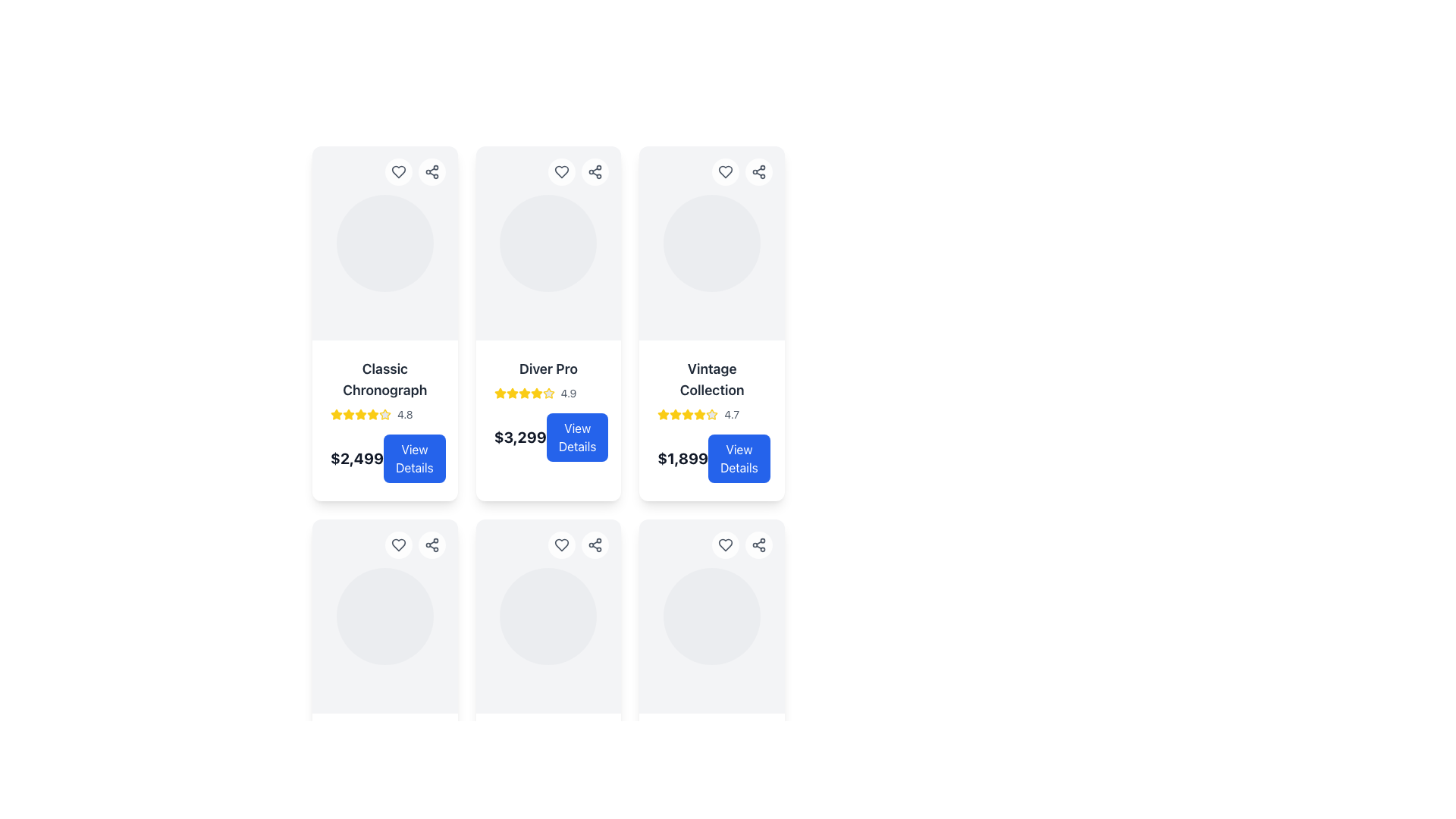  What do you see at coordinates (384, 617) in the screenshot?
I see `the circular graphic placeholder with a light gray background and pulsating animation, located in the third column of the grid layout below the heart and share icons` at bounding box center [384, 617].